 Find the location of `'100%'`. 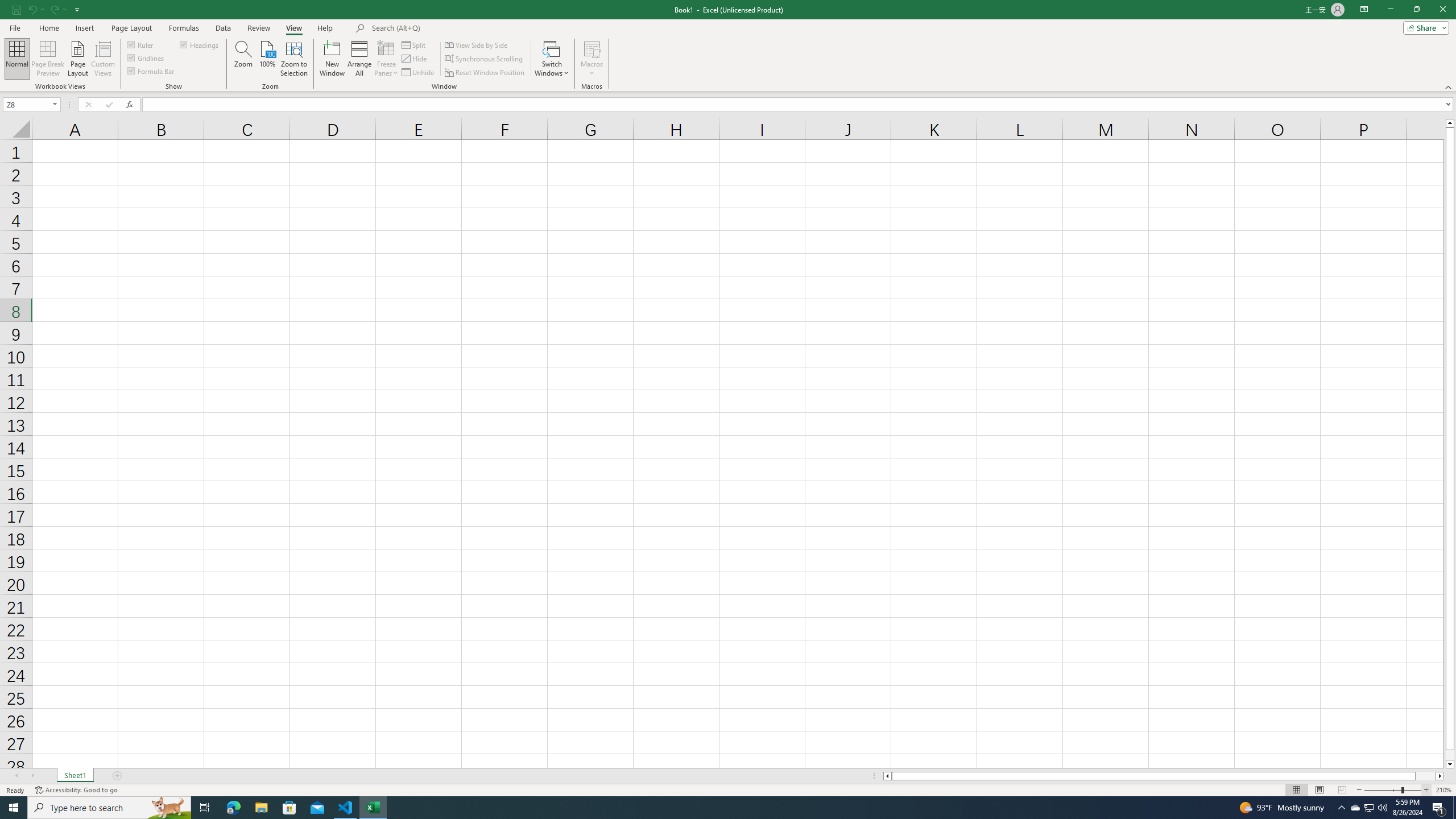

'100%' is located at coordinates (266, 59).